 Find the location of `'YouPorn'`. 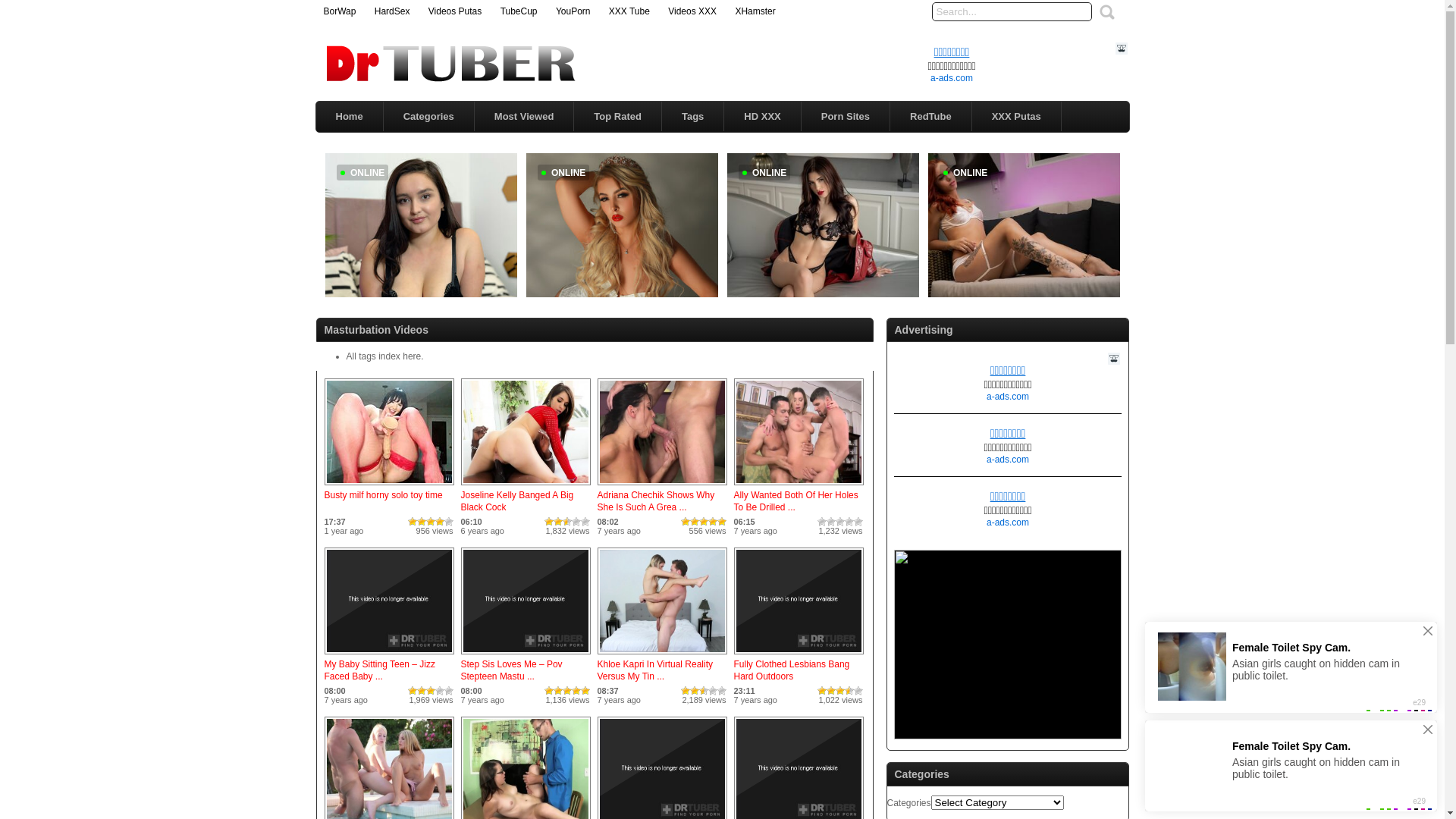

'YouPorn' is located at coordinates (555, 11).